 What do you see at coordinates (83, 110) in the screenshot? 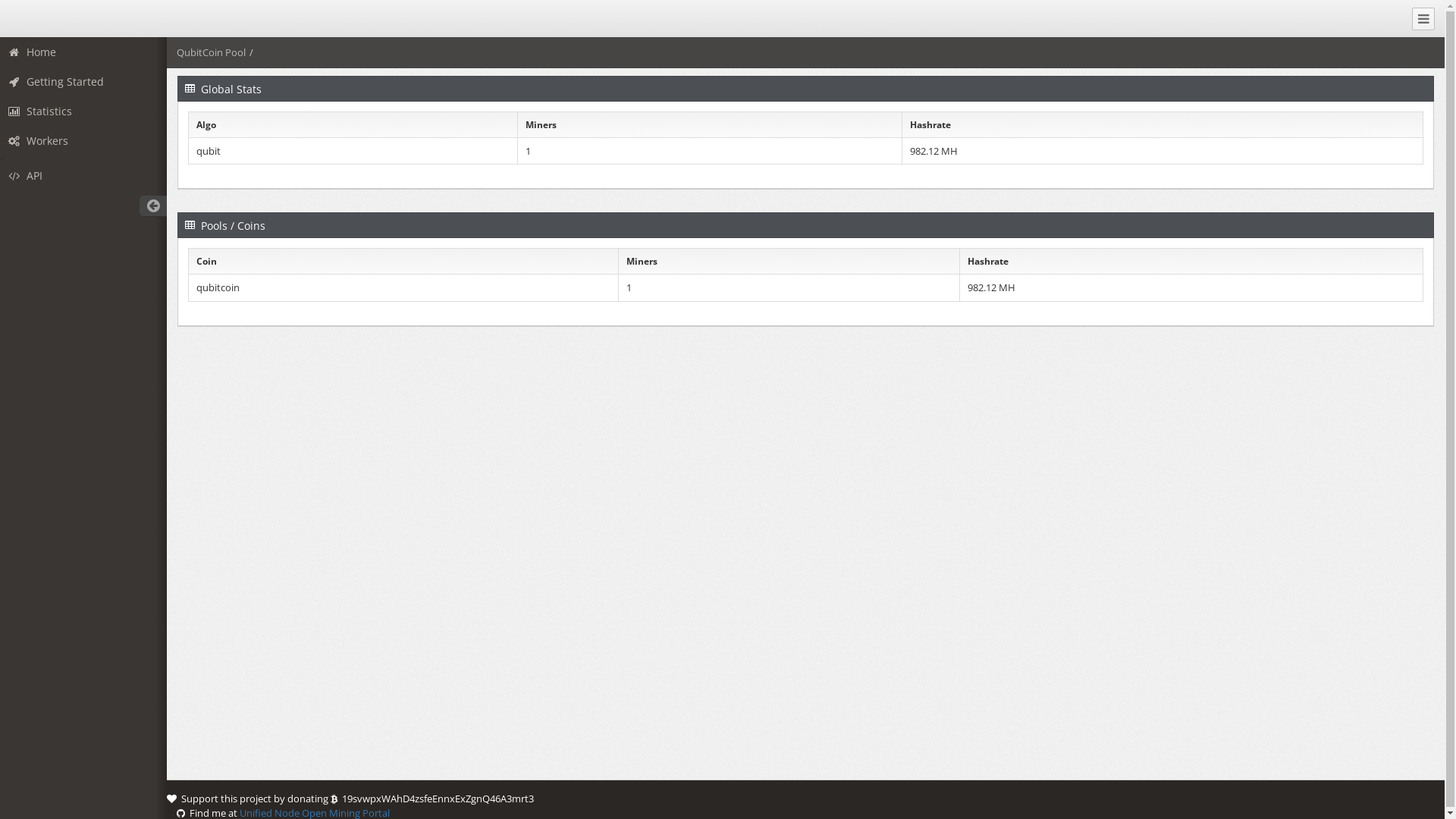
I see `'Statistics'` at bounding box center [83, 110].